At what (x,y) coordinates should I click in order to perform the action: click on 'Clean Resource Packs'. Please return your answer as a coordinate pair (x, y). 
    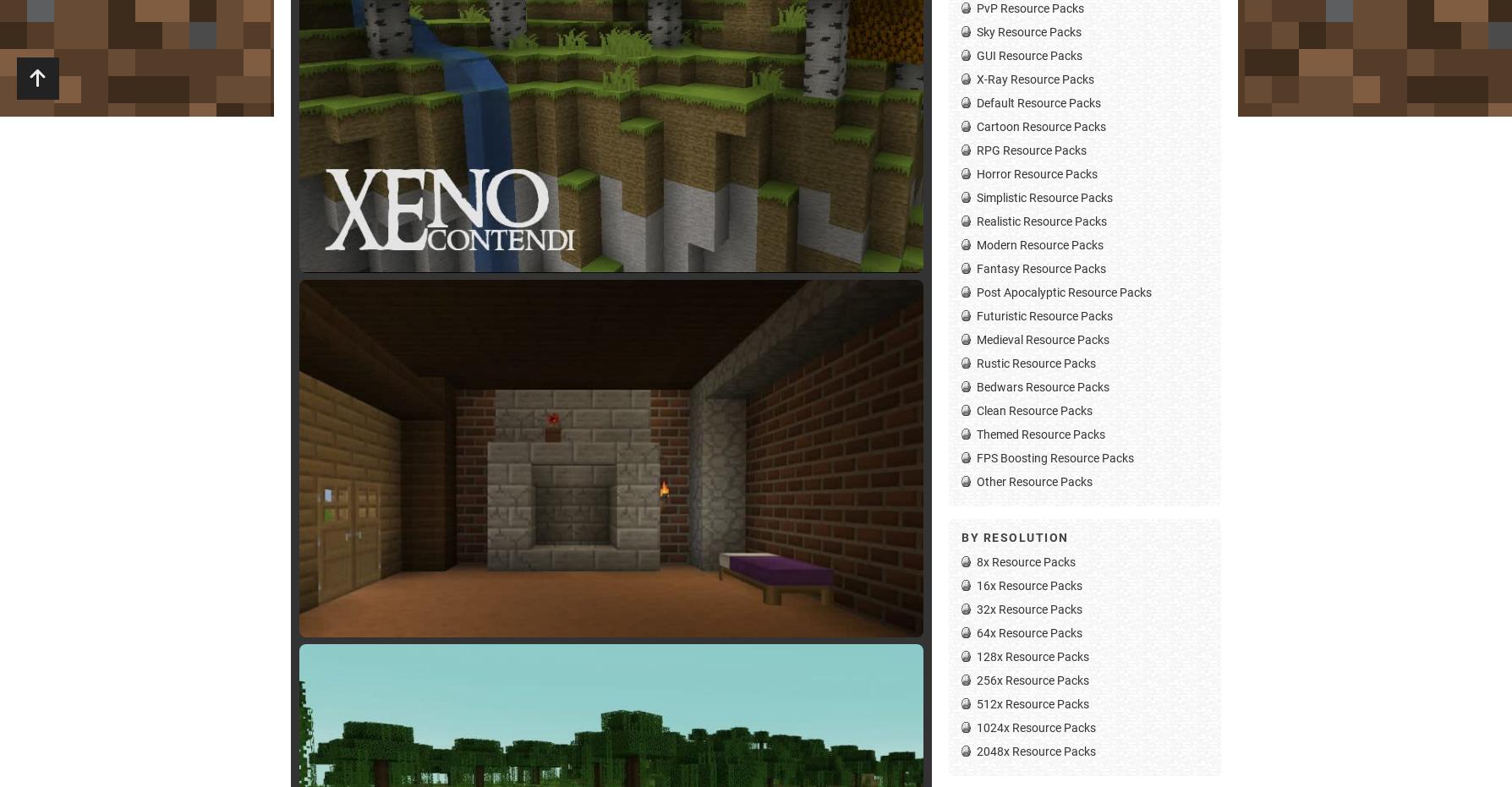
    Looking at the image, I should click on (1033, 409).